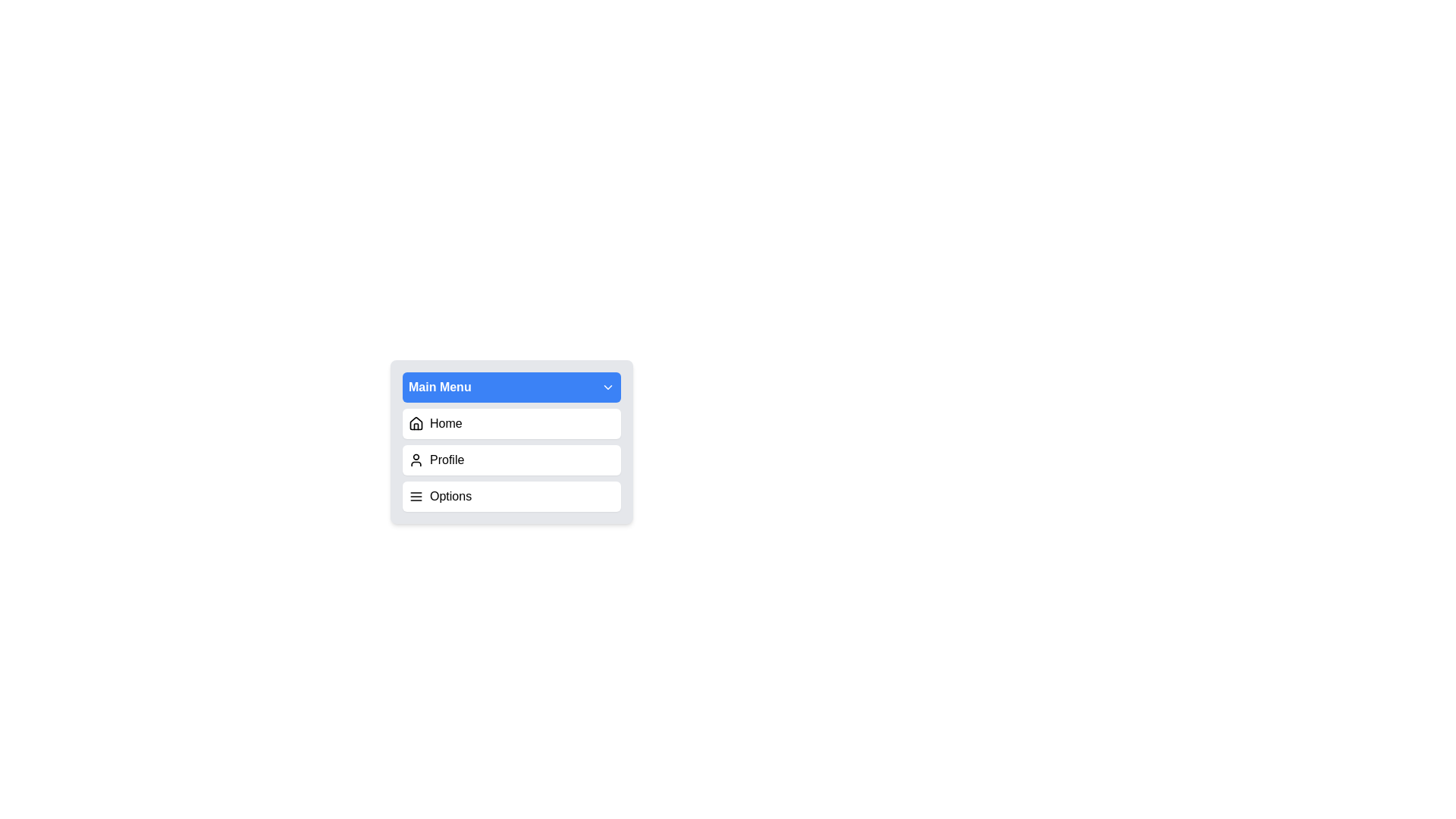 The width and height of the screenshot is (1456, 819). Describe the element at coordinates (512, 441) in the screenshot. I see `the 'Profile' button in the 'Main Menu'` at that location.